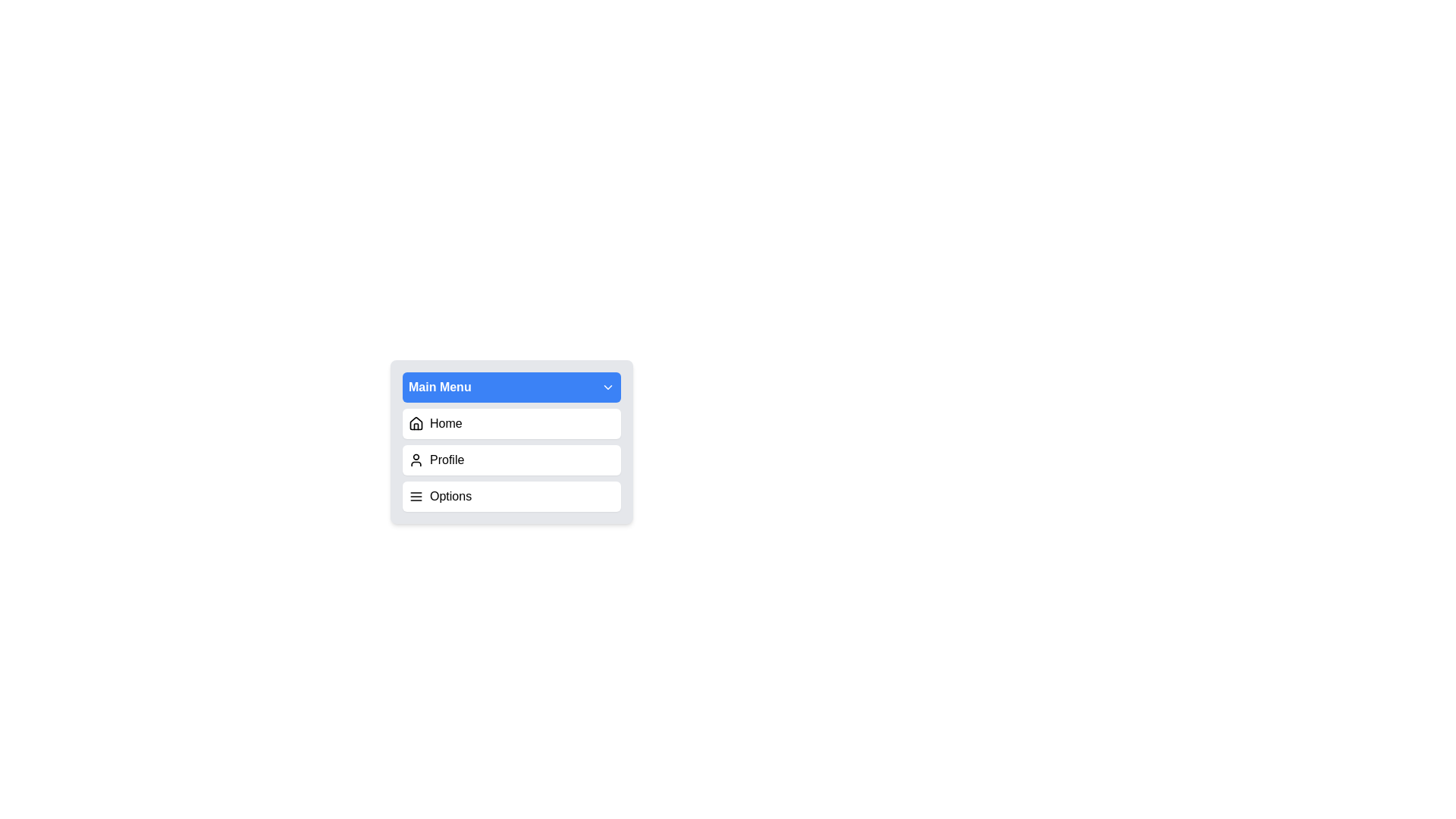 The width and height of the screenshot is (1456, 819). Describe the element at coordinates (512, 441) in the screenshot. I see `the 'Profile' button in the 'Main Menu'` at that location.